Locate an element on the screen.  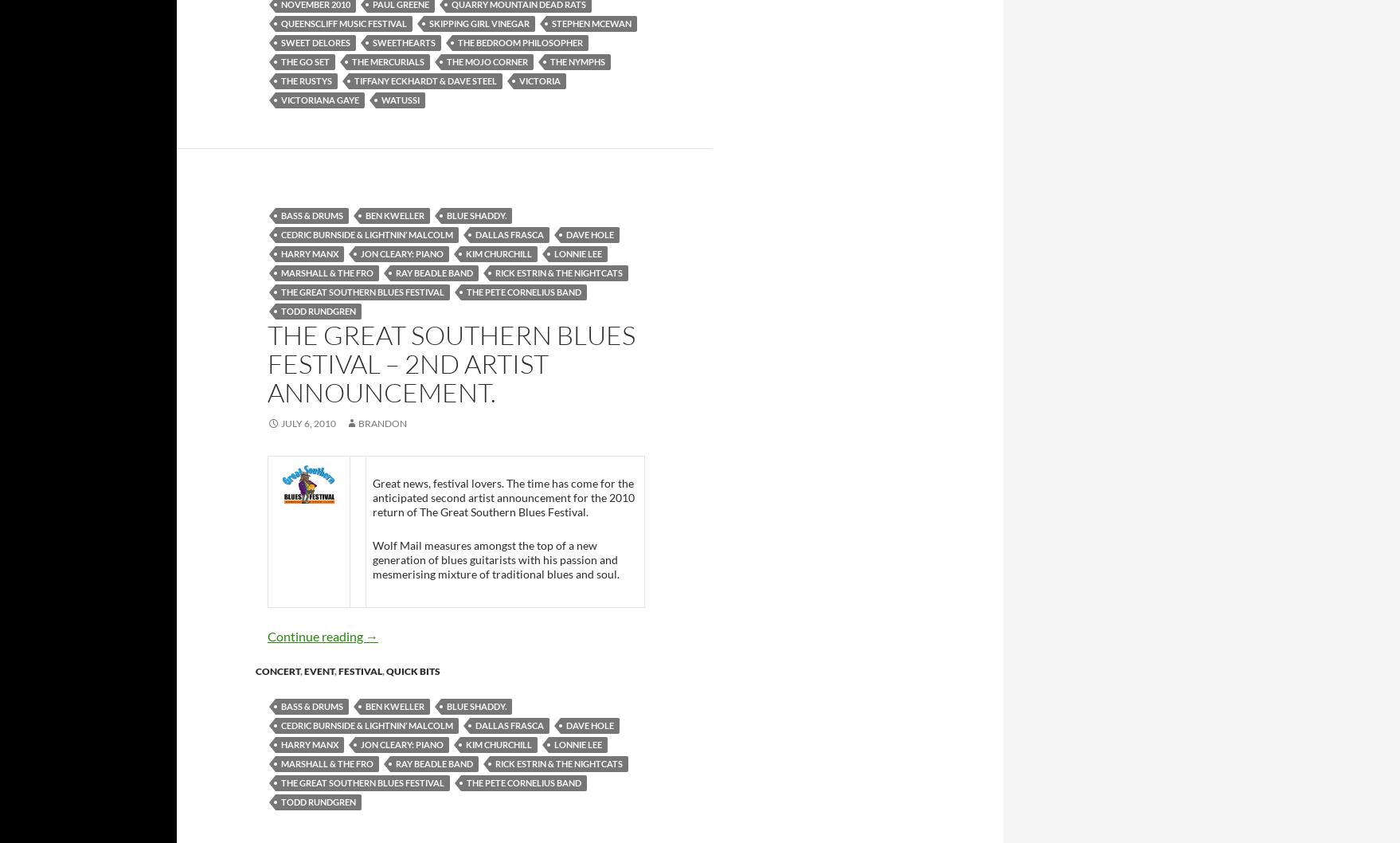
'The Mojo Corner' is located at coordinates (487, 61).